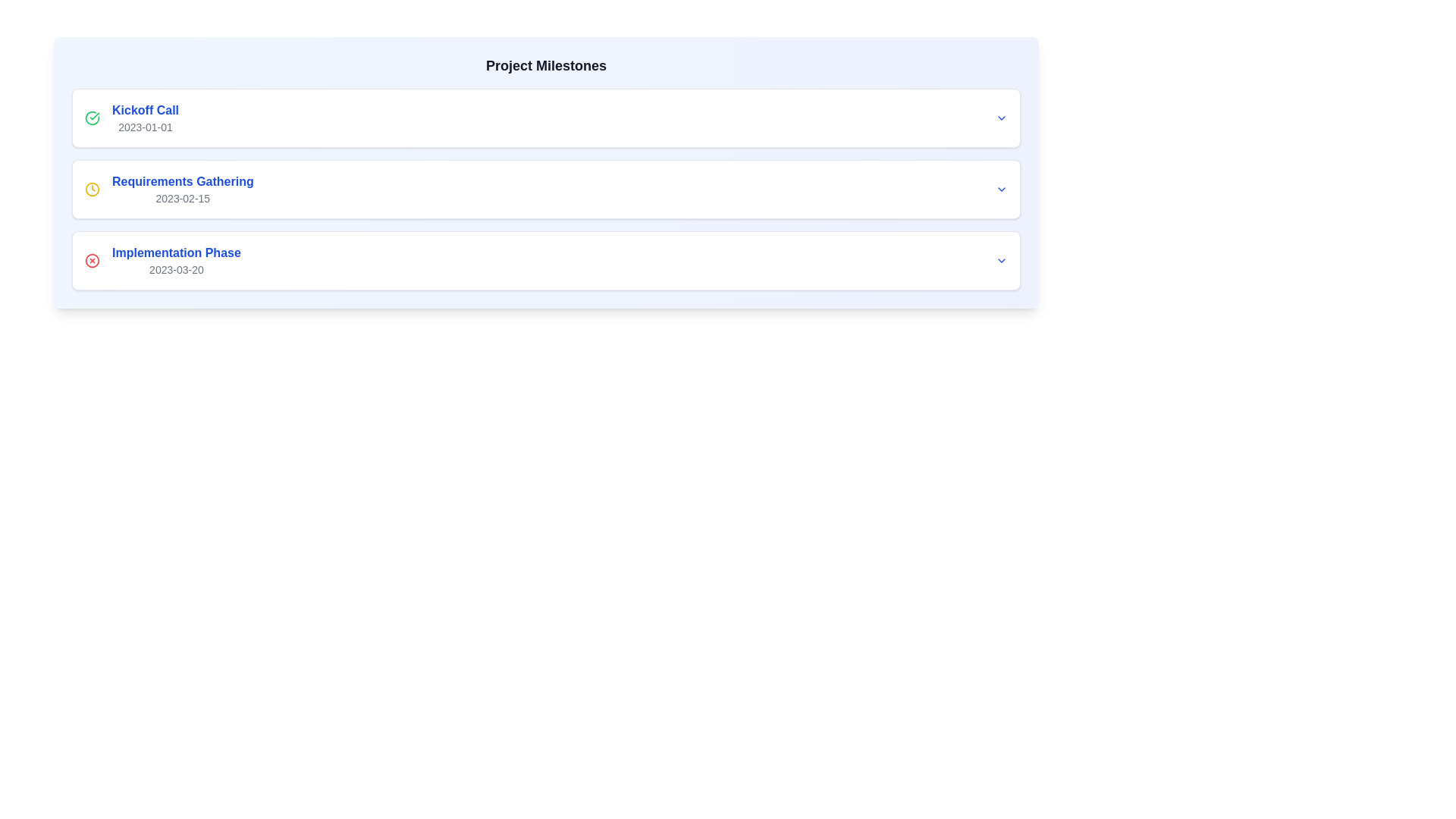 The image size is (1456, 819). I want to click on the project milestone list item that is the second item under the heading 'Project Milestones', so click(169, 189).